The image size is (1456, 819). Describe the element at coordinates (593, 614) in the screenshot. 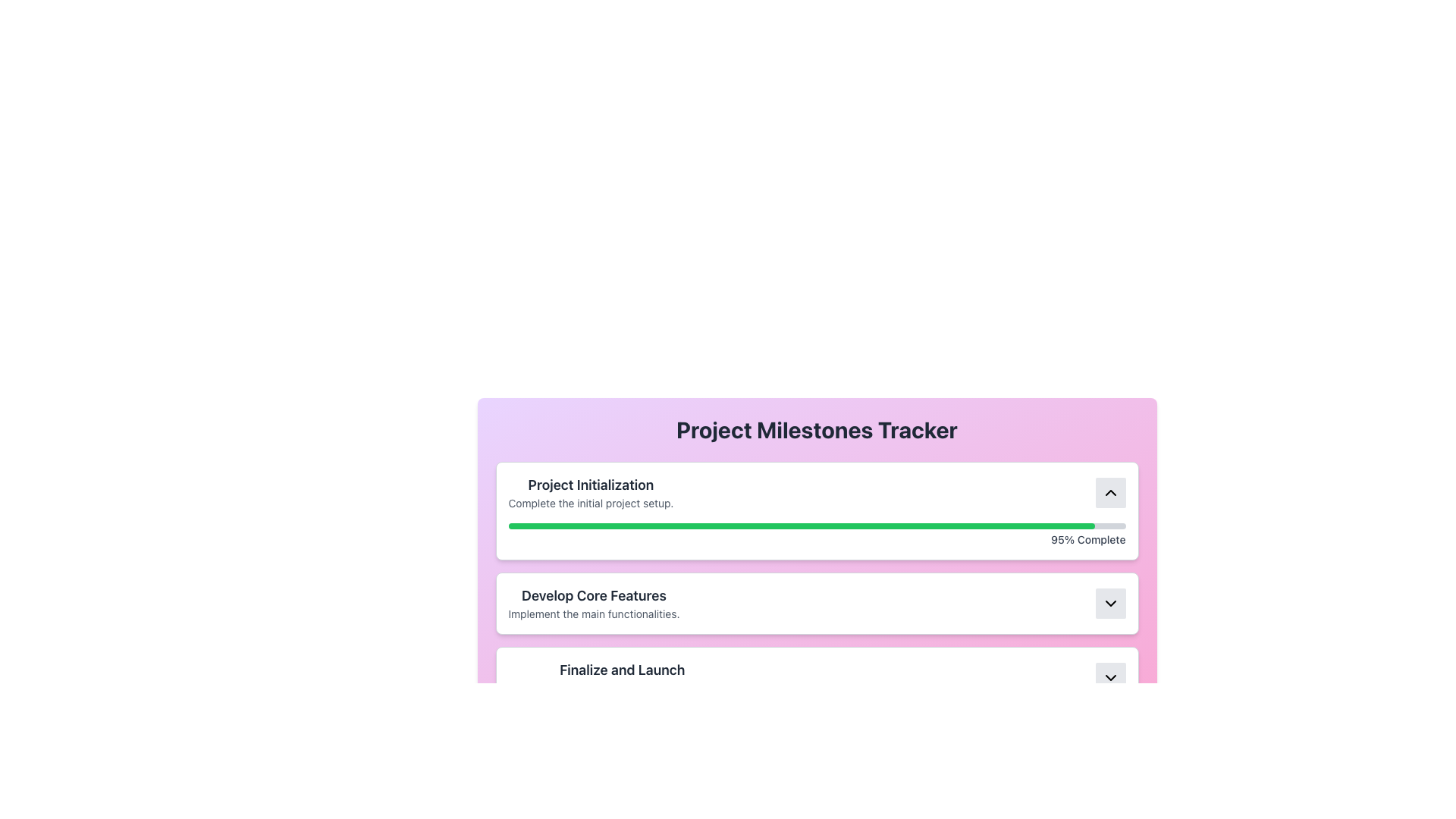

I see `descriptive text label that displays 'Implement the main functionalities.' positioned below the title 'Develop Core Features.'` at that location.